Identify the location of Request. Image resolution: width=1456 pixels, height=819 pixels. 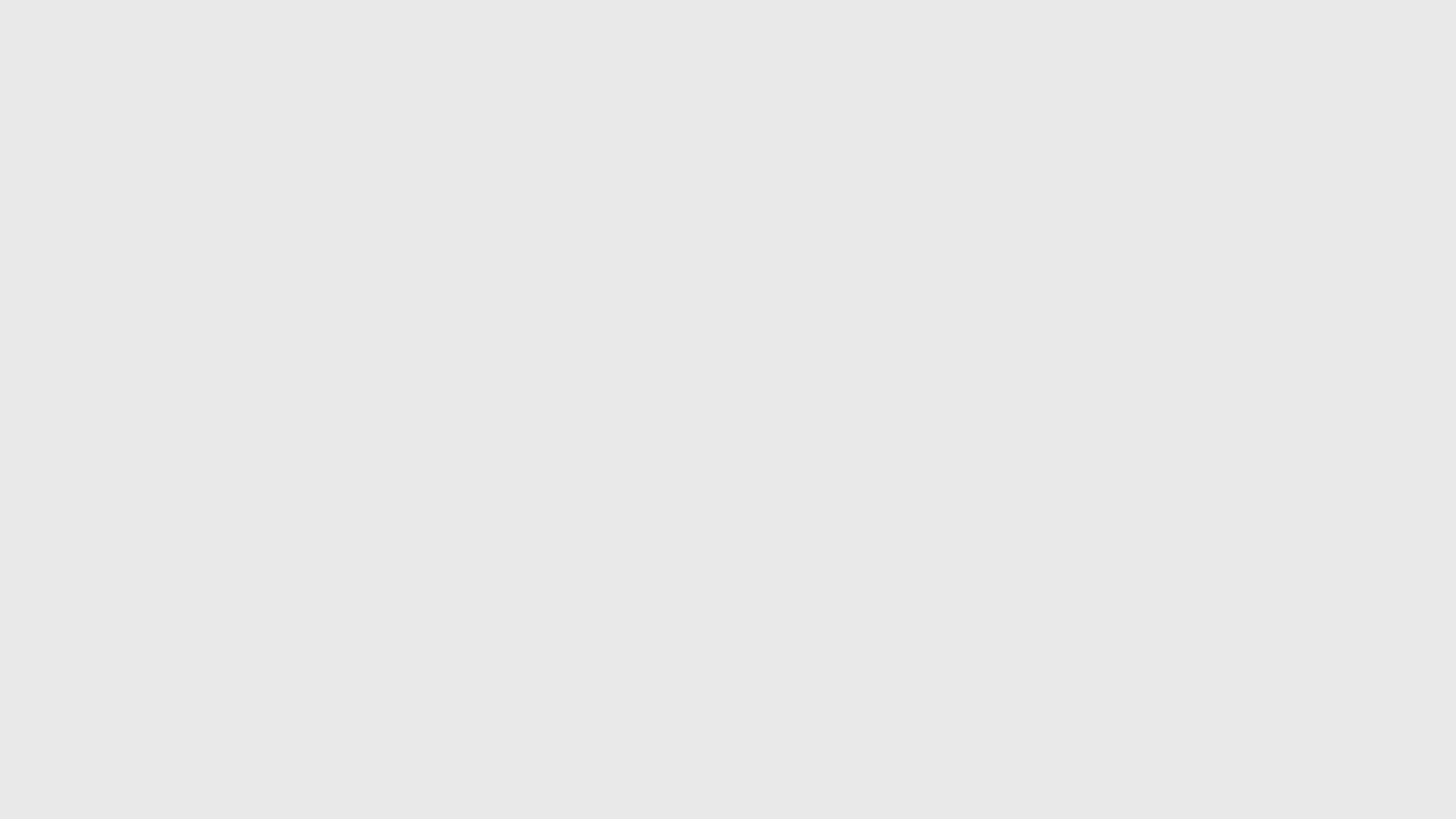
(356, 231).